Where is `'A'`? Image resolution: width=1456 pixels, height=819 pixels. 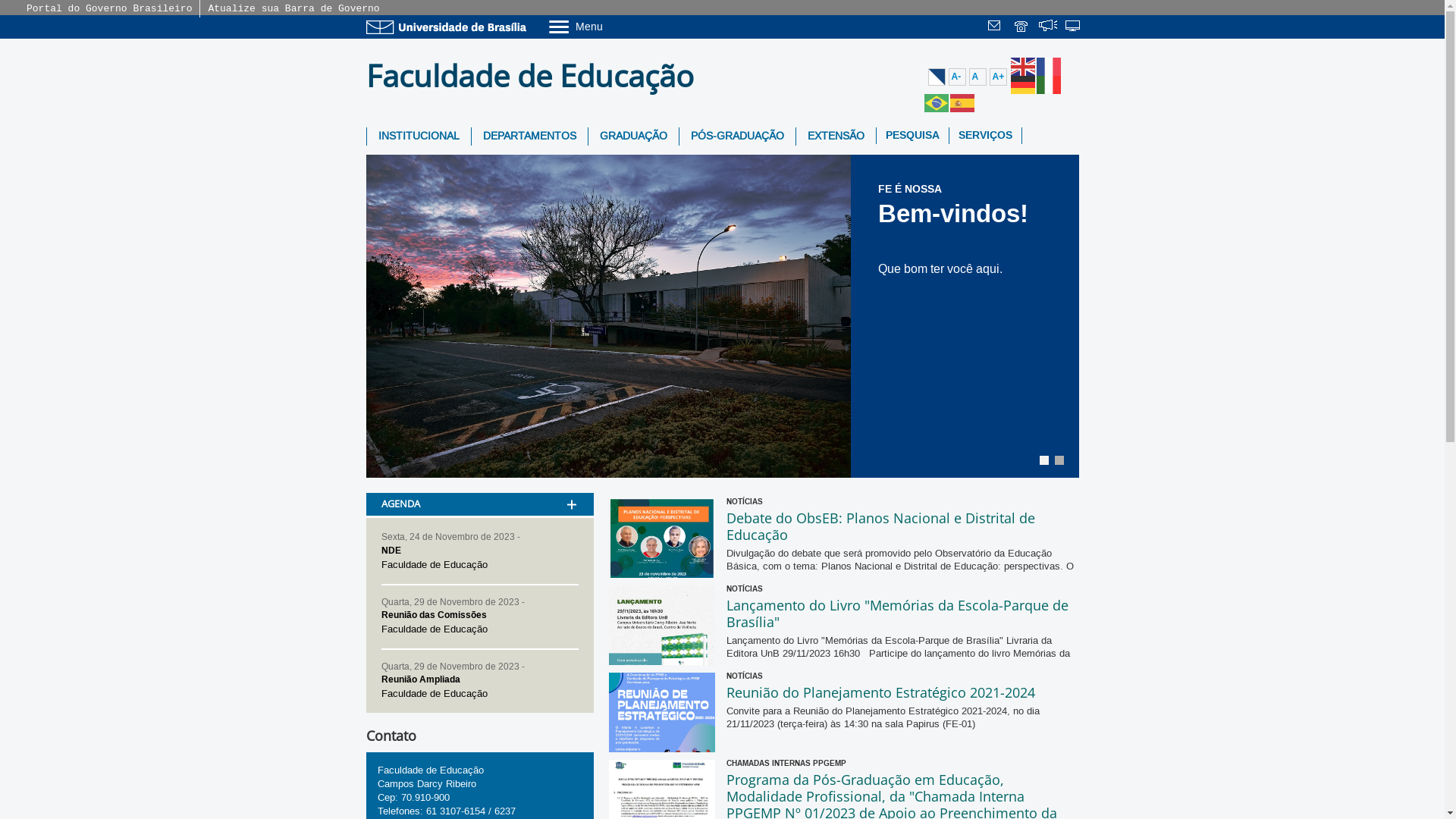
'A' is located at coordinates (977, 77).